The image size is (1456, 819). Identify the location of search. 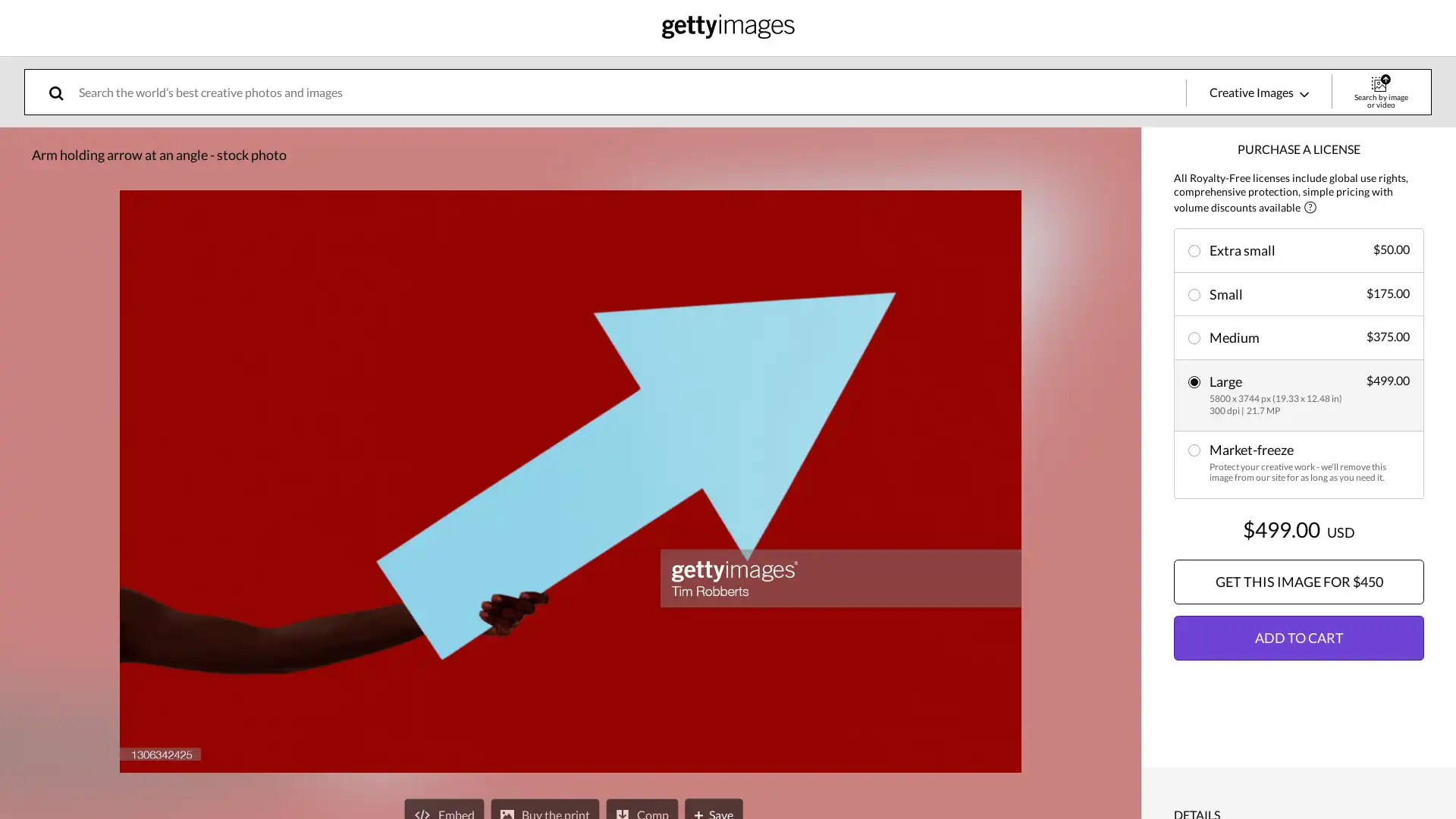
(67, 92).